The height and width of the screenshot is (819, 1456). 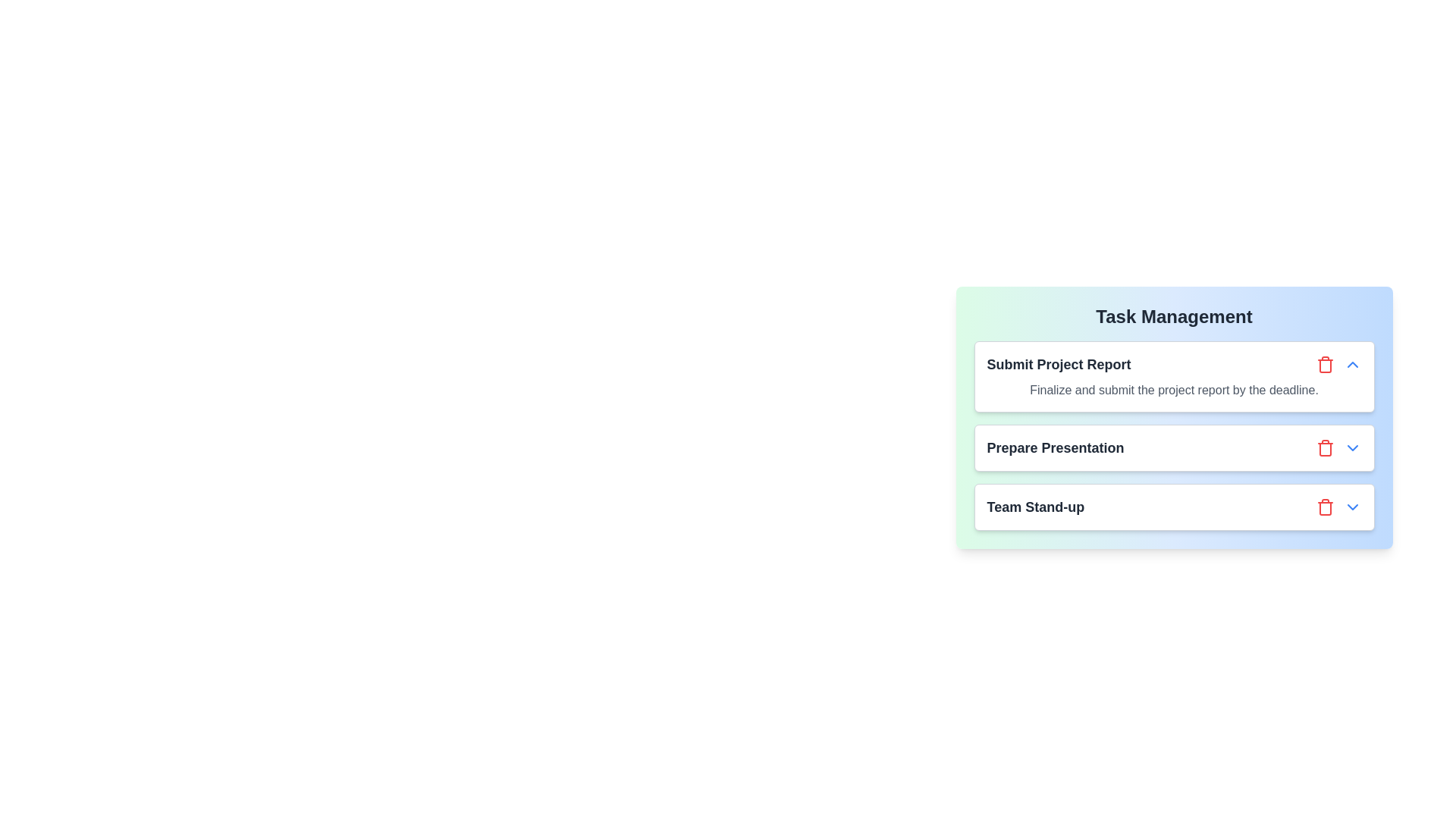 What do you see at coordinates (1173, 376) in the screenshot?
I see `task description from the Task card indicating the project report submission in the task management interface, which is the first card in the vertical list under 'Task Management'` at bounding box center [1173, 376].